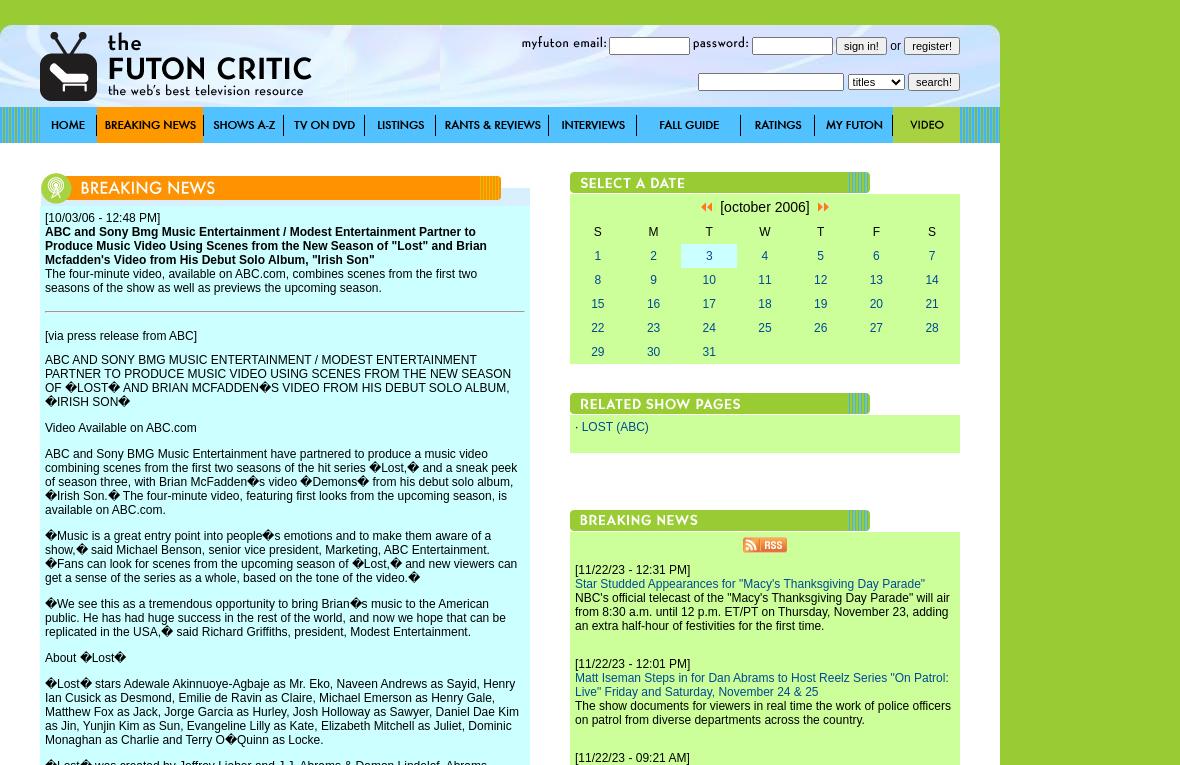 The height and width of the screenshot is (765, 1180). I want to click on '24', so click(707, 328).